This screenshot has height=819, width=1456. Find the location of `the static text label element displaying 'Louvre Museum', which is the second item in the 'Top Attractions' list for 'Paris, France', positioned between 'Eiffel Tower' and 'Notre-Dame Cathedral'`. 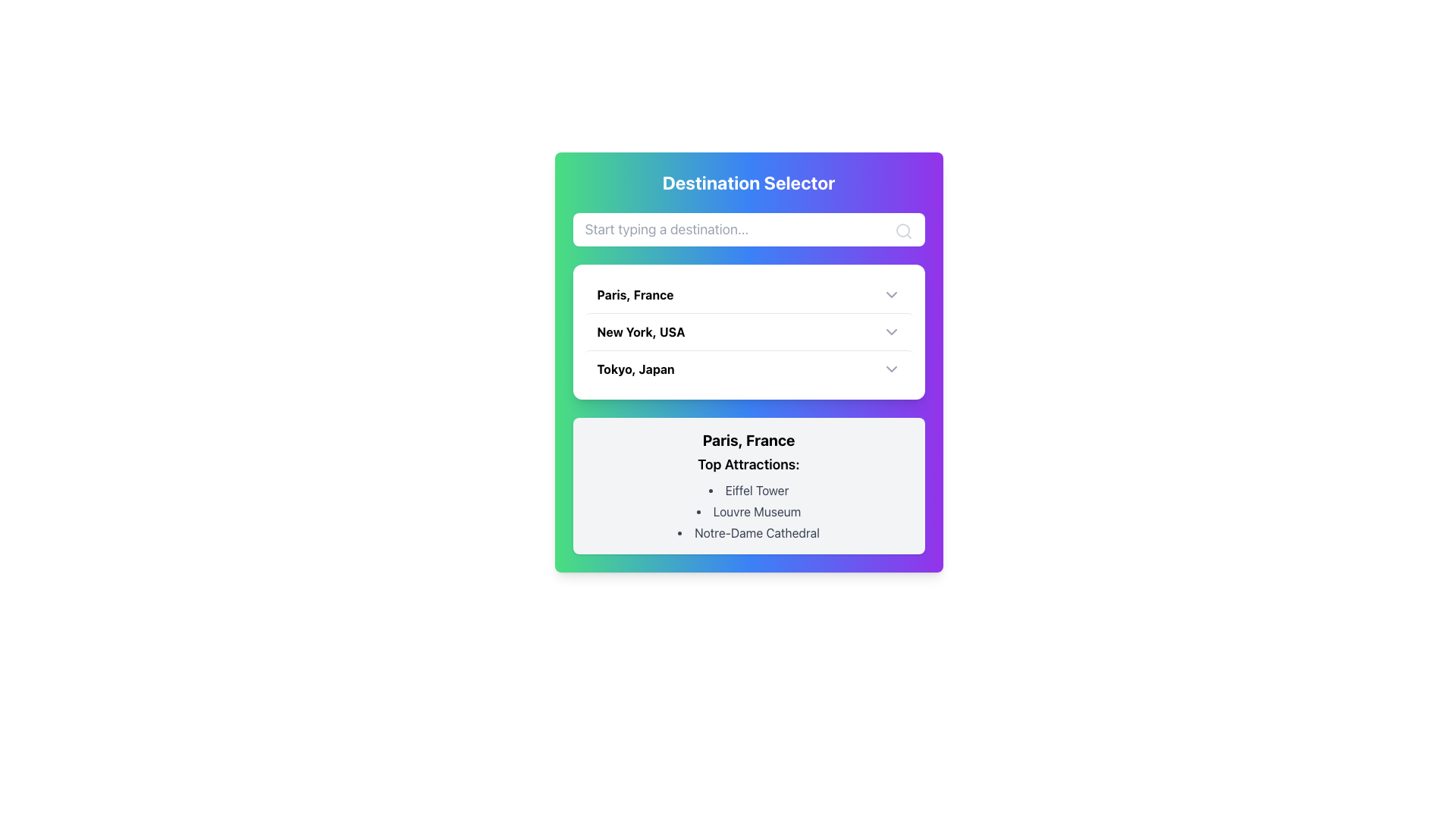

the static text label element displaying 'Louvre Museum', which is the second item in the 'Top Attractions' list for 'Paris, France', positioned between 'Eiffel Tower' and 'Notre-Dame Cathedral' is located at coordinates (748, 512).